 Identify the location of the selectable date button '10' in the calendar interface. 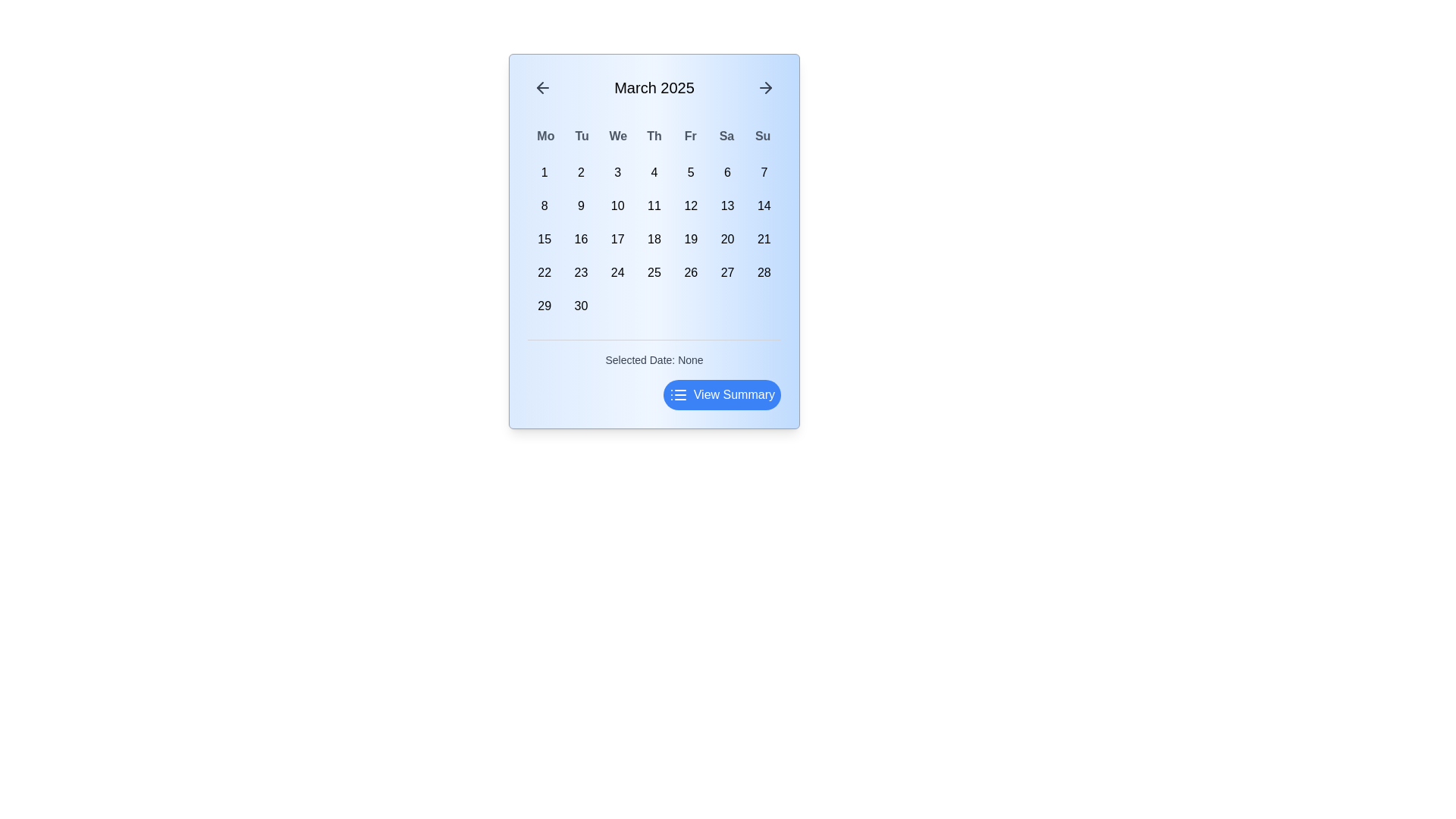
(617, 206).